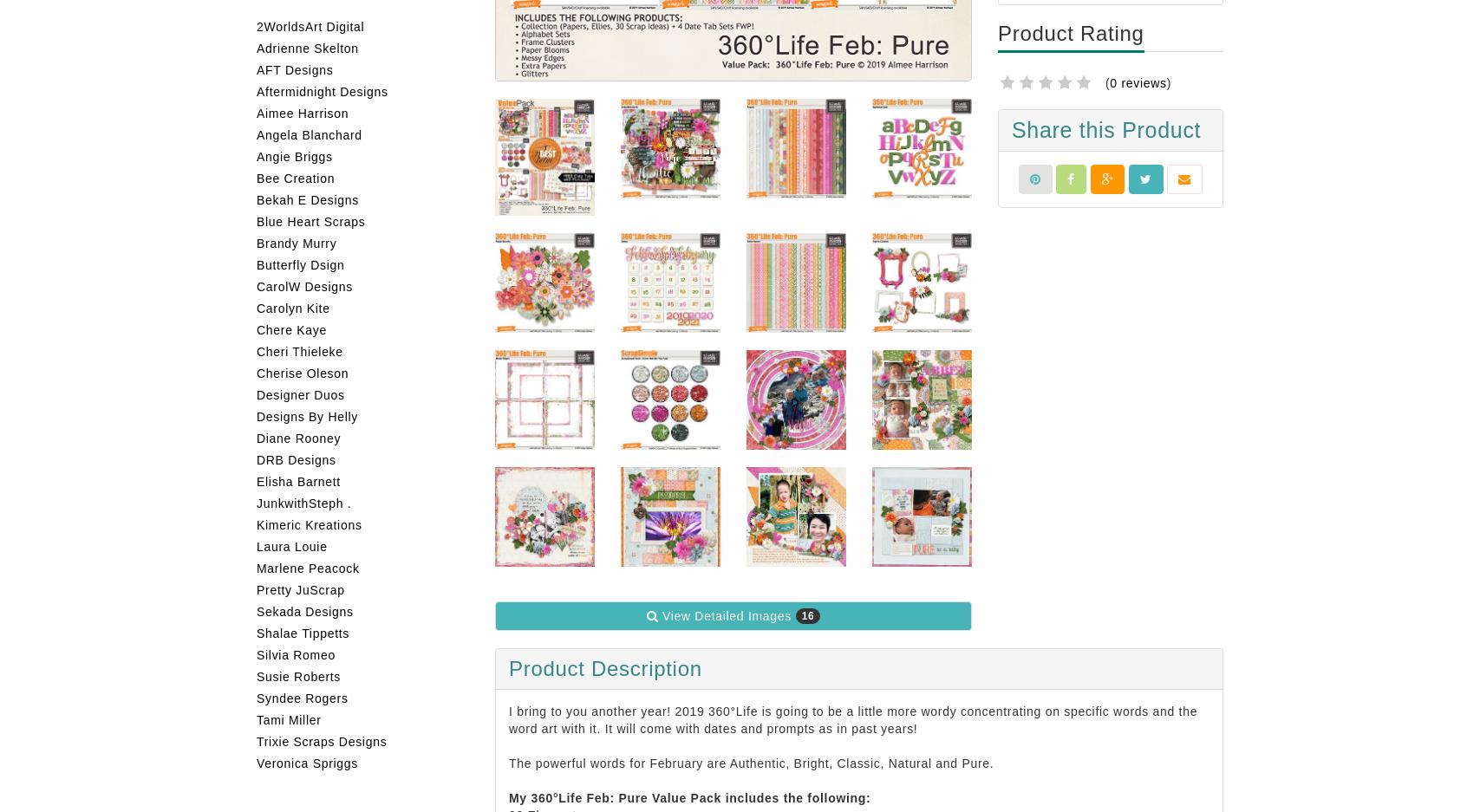 This screenshot has height=812, width=1467. I want to click on 'Trixie Scraps Designs', so click(322, 741).